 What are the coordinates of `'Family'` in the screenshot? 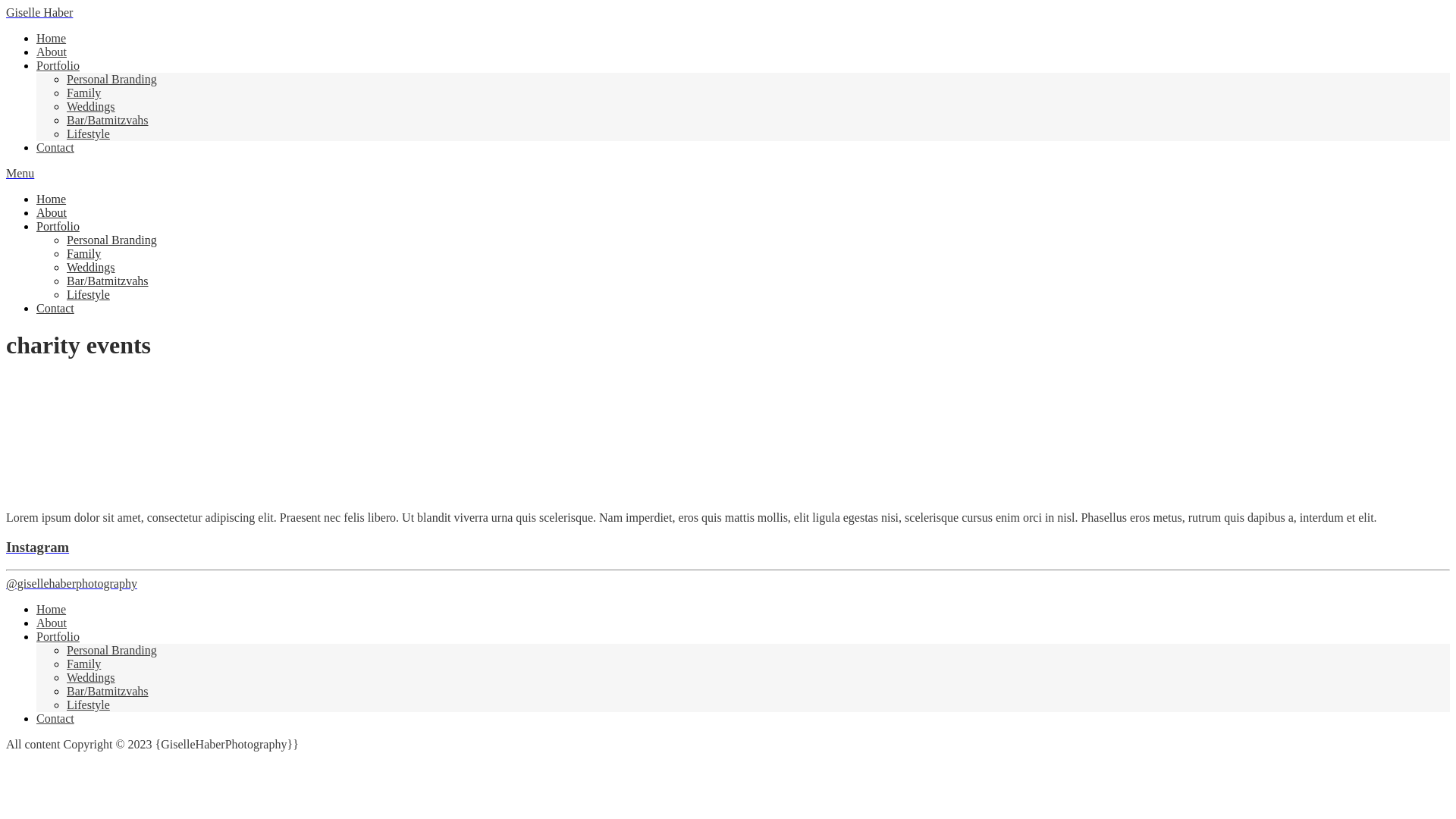 It's located at (83, 253).